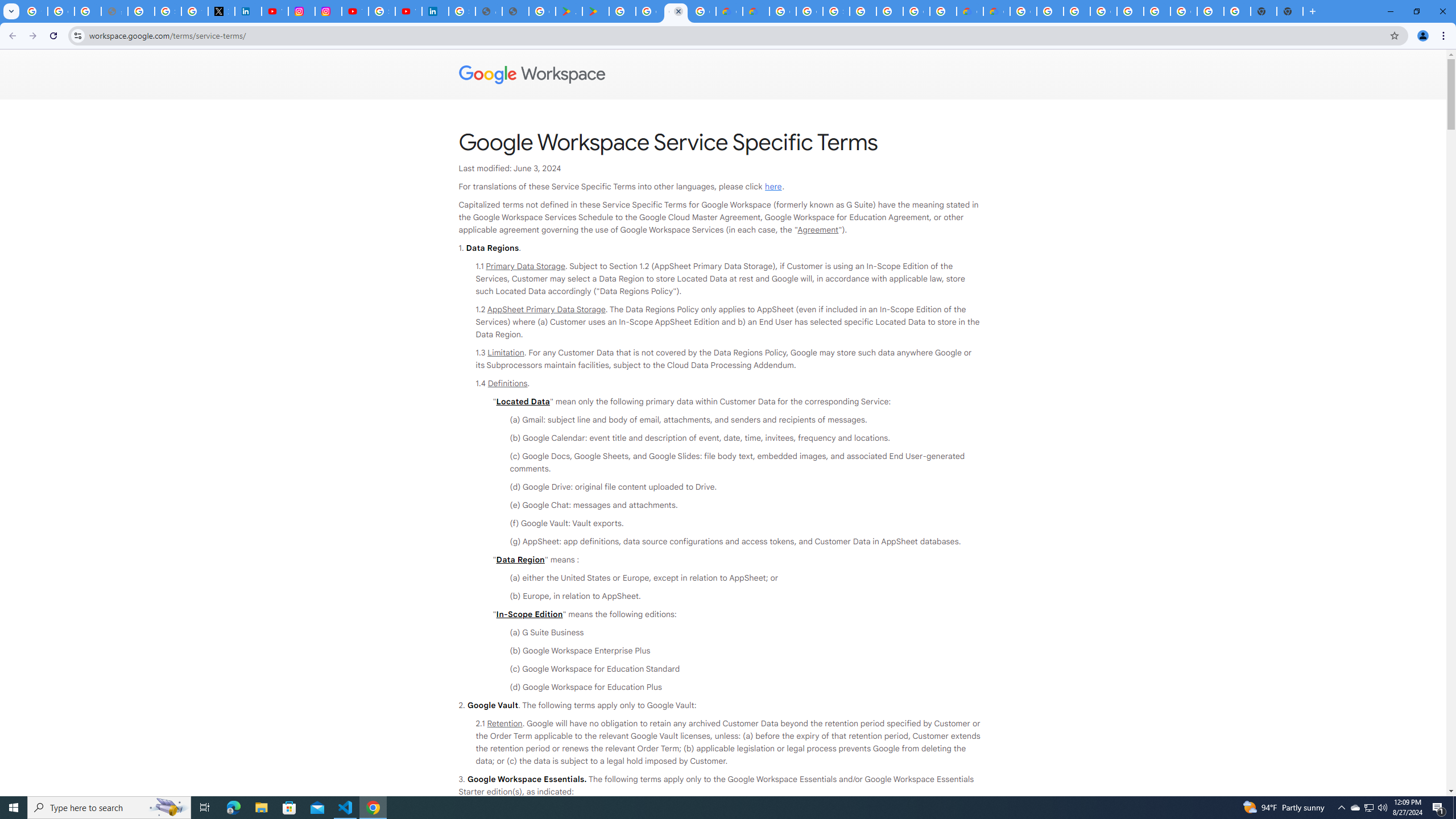  I want to click on 'Google Workspace - Specific Terms', so click(676, 11).